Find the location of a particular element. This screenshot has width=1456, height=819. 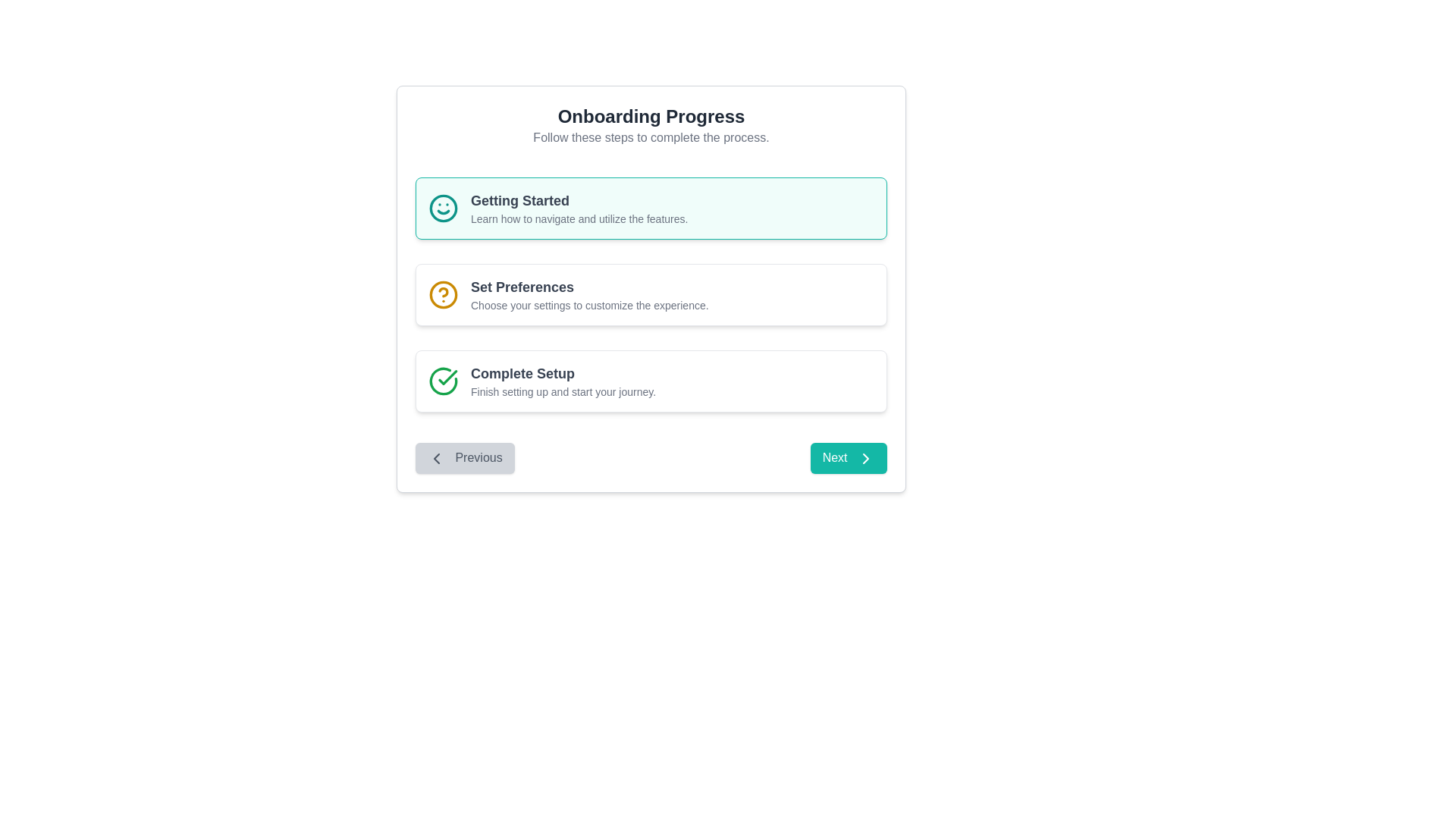

the completion indicator icon located to the left of the 'Complete Setup' list item, signifying successful completion of the onboarding process is located at coordinates (443, 380).